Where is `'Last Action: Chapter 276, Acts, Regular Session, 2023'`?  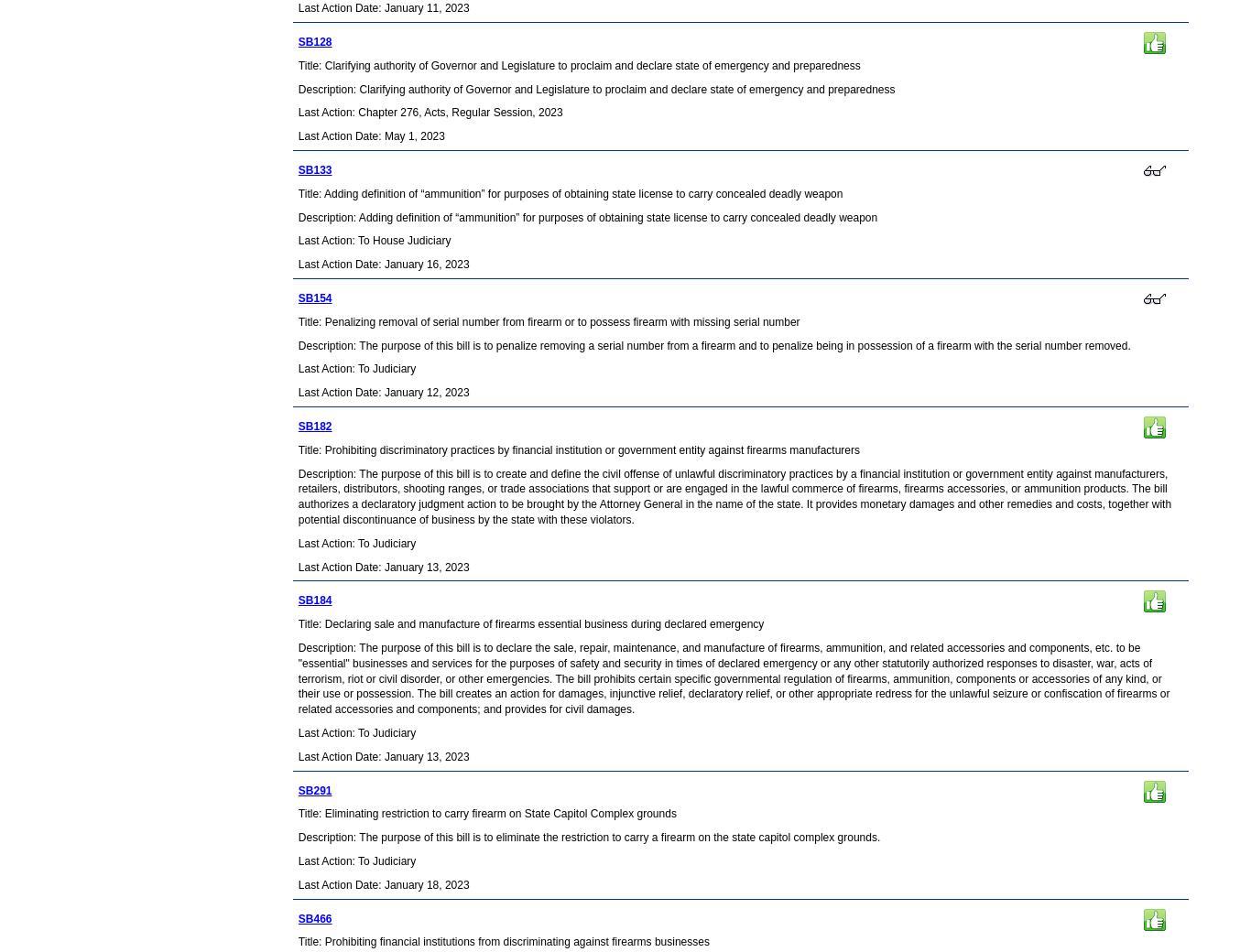 'Last Action: Chapter 276, Acts, Regular Session, 2023' is located at coordinates (430, 112).